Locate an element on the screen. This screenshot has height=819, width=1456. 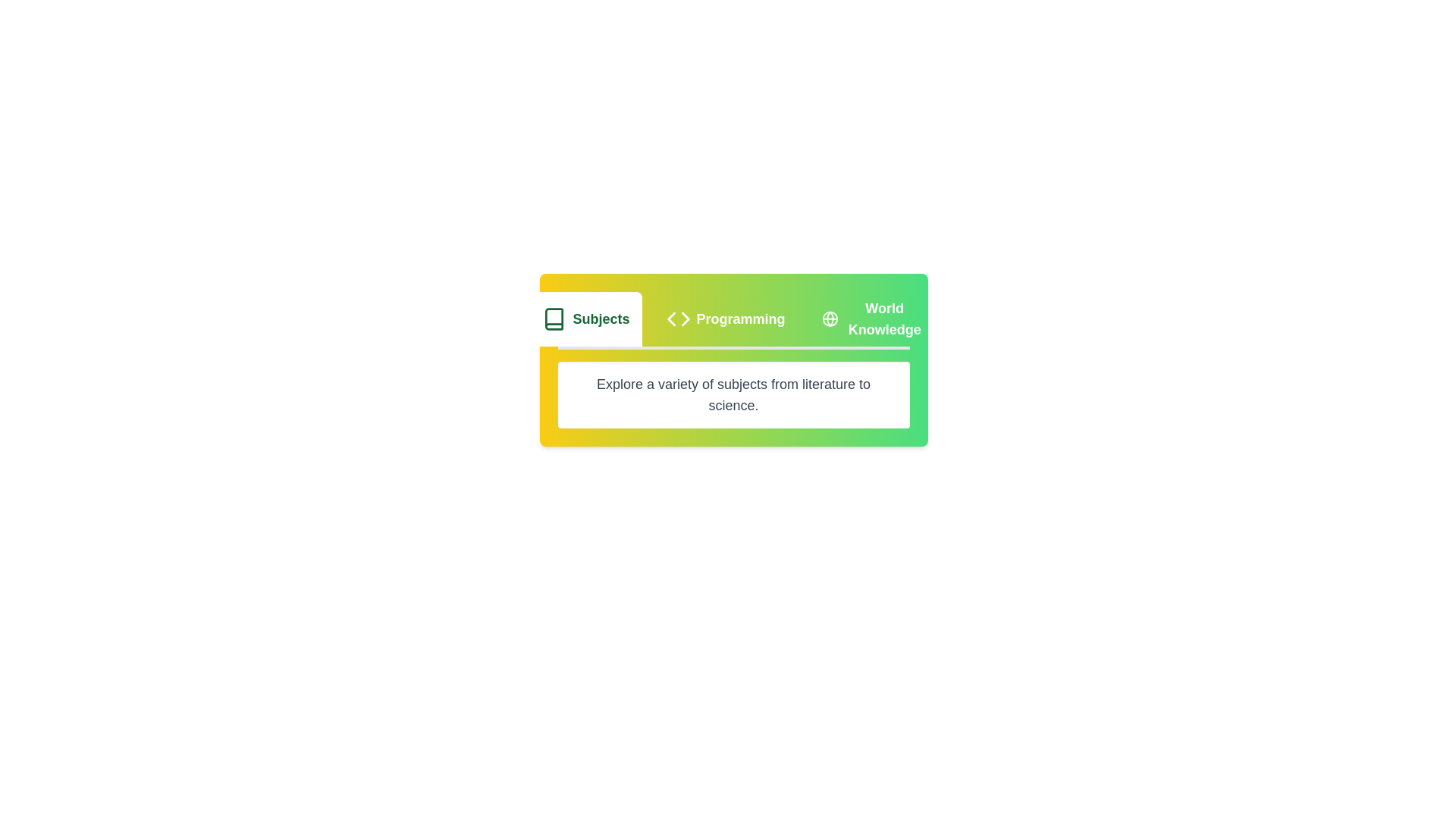
the text in the content area and copy it to the clipboard is located at coordinates (733, 394).